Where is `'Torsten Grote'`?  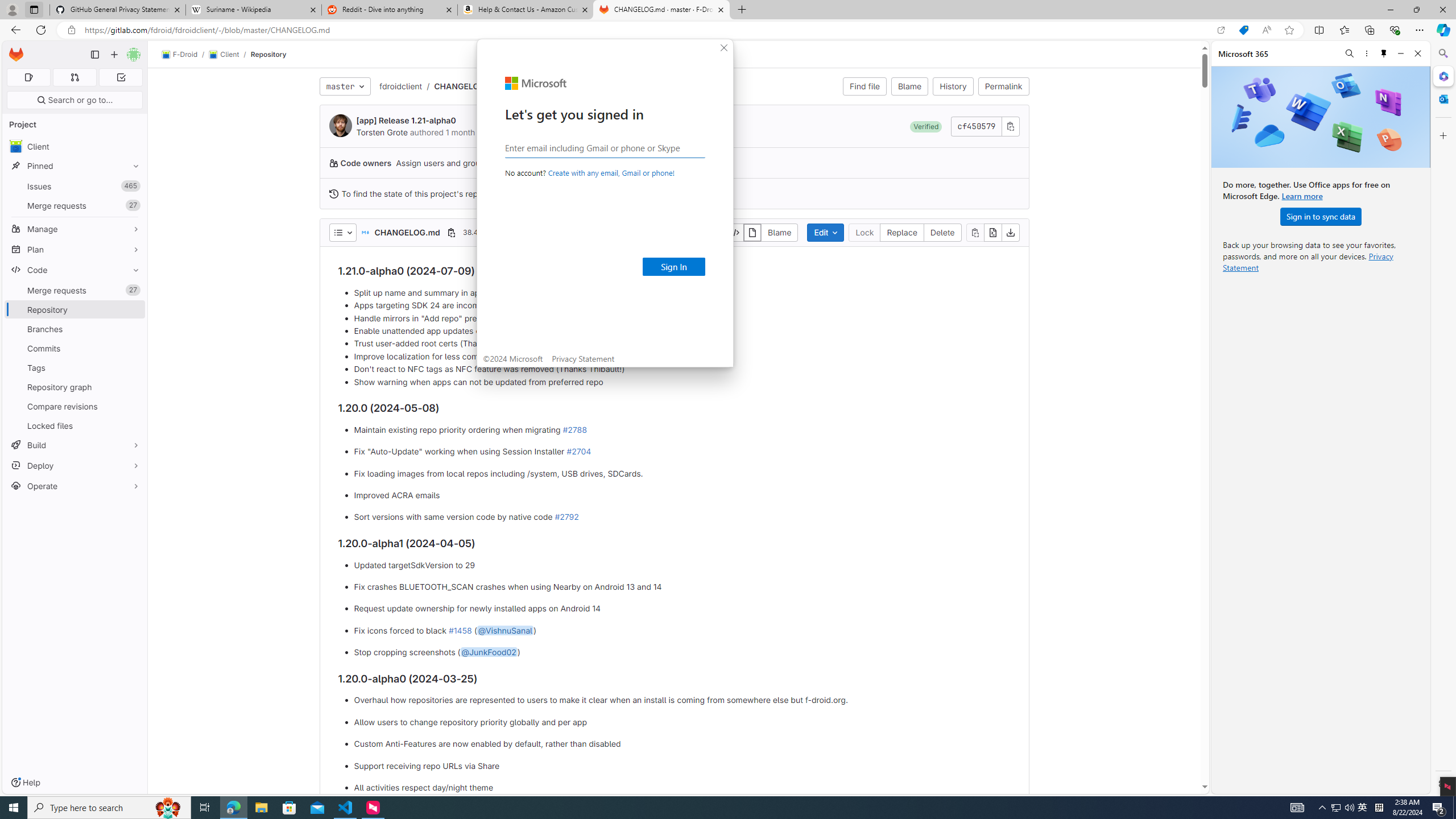 'Torsten Grote' is located at coordinates (341, 126).